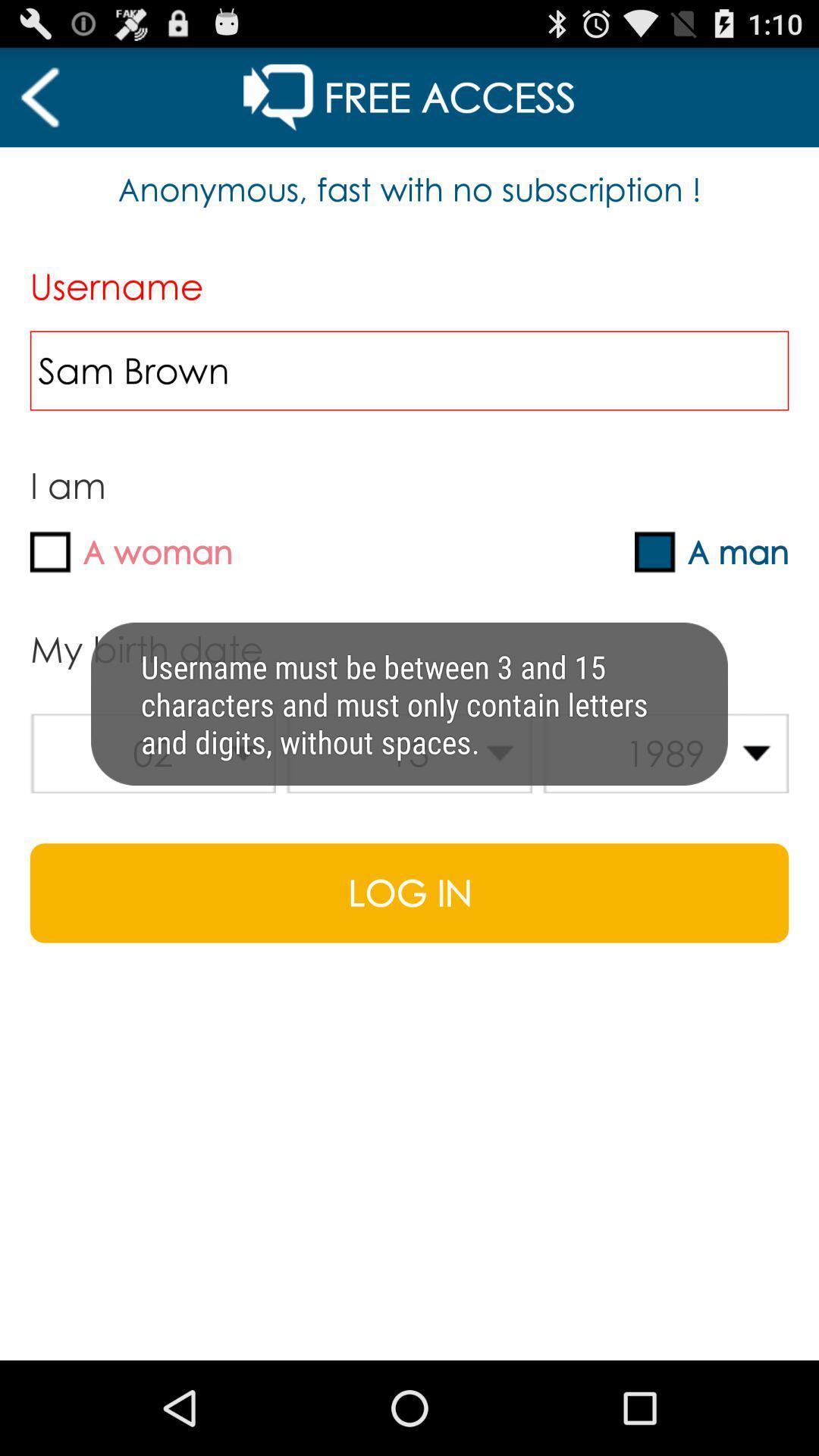 The image size is (819, 1456). Describe the element at coordinates (39, 96) in the screenshot. I see `previous button` at that location.